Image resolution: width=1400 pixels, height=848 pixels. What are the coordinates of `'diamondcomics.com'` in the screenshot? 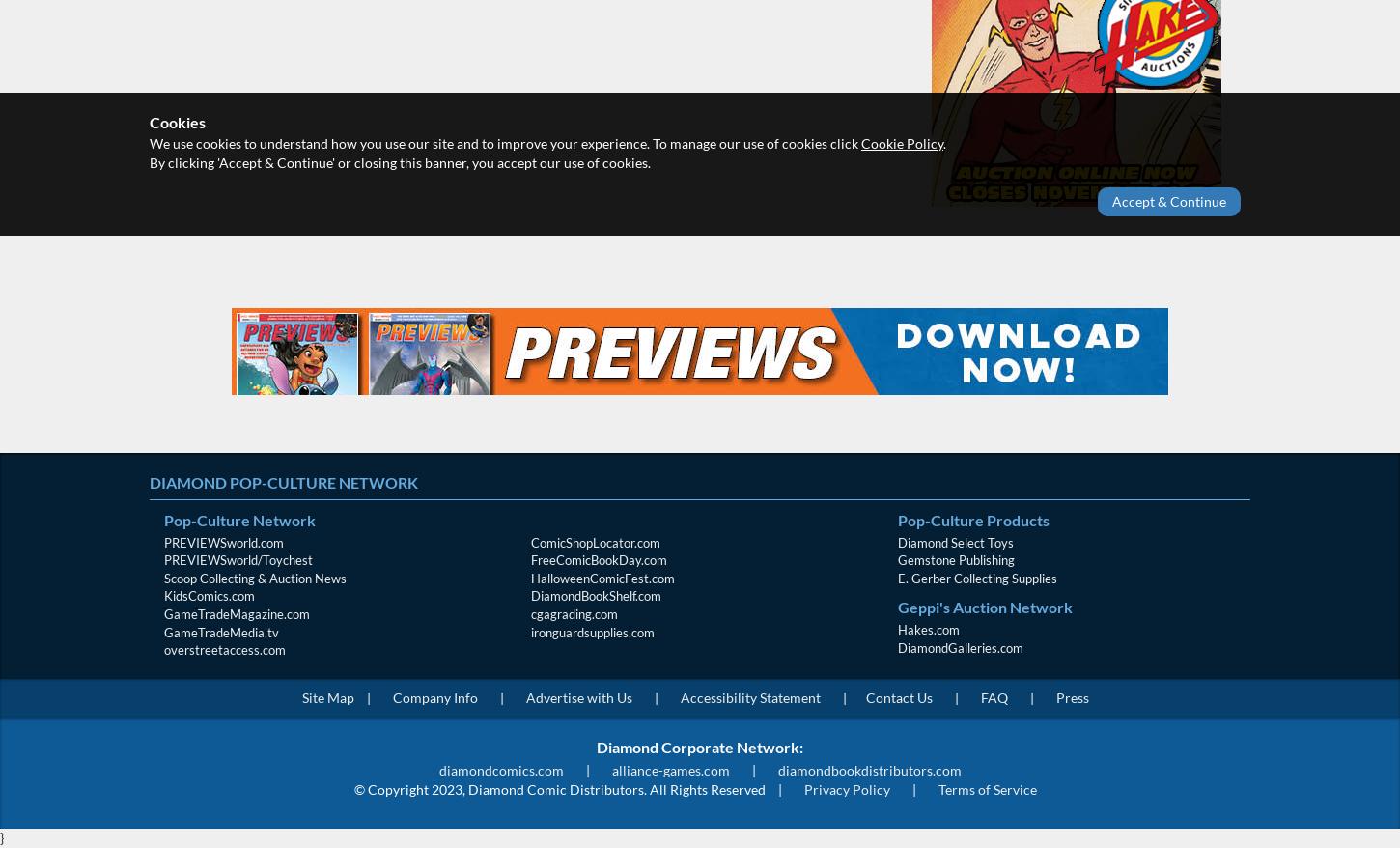 It's located at (436, 768).